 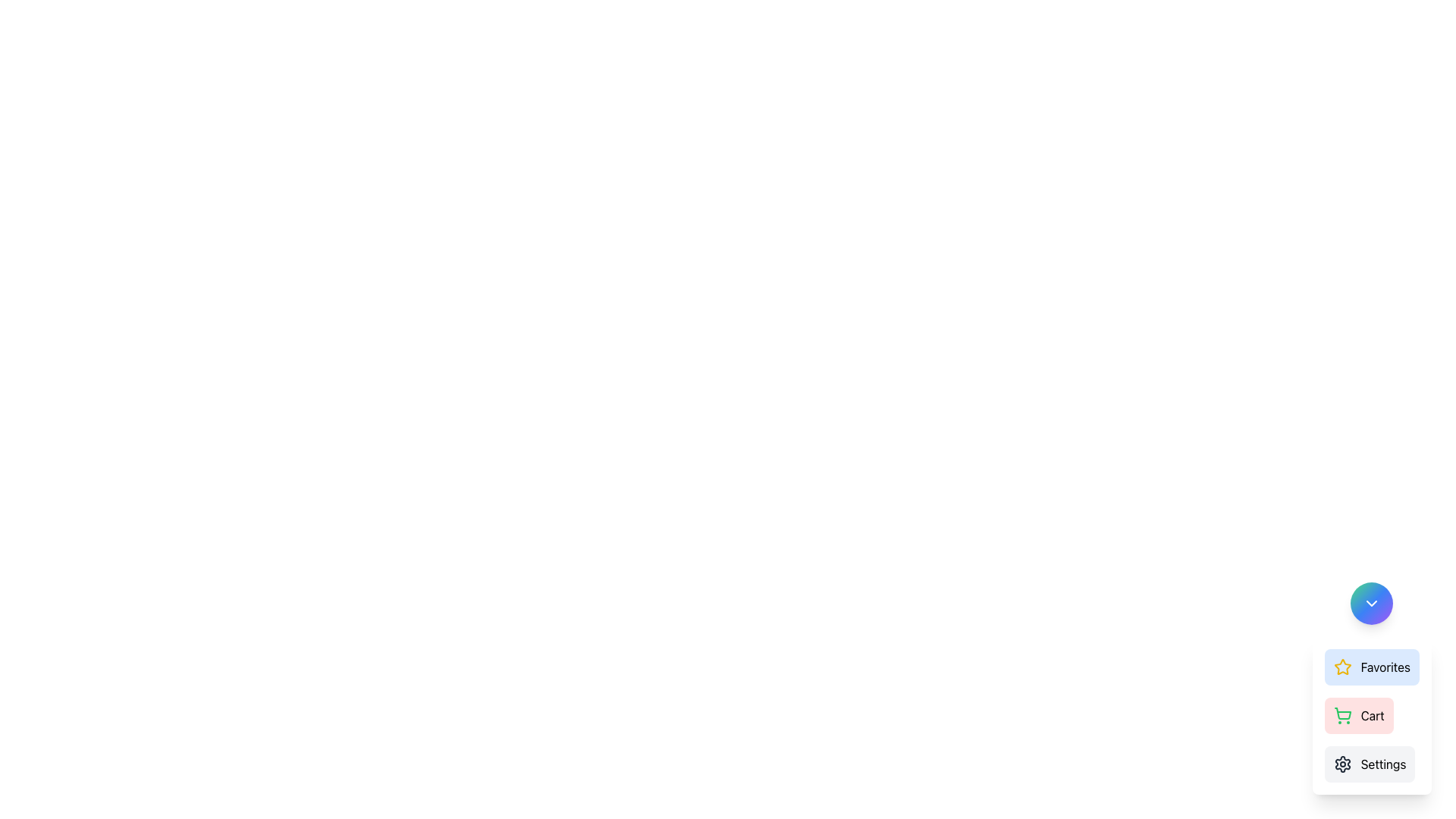 I want to click on the blue 'Favorites' button with a yellow star icon, so click(x=1372, y=666).